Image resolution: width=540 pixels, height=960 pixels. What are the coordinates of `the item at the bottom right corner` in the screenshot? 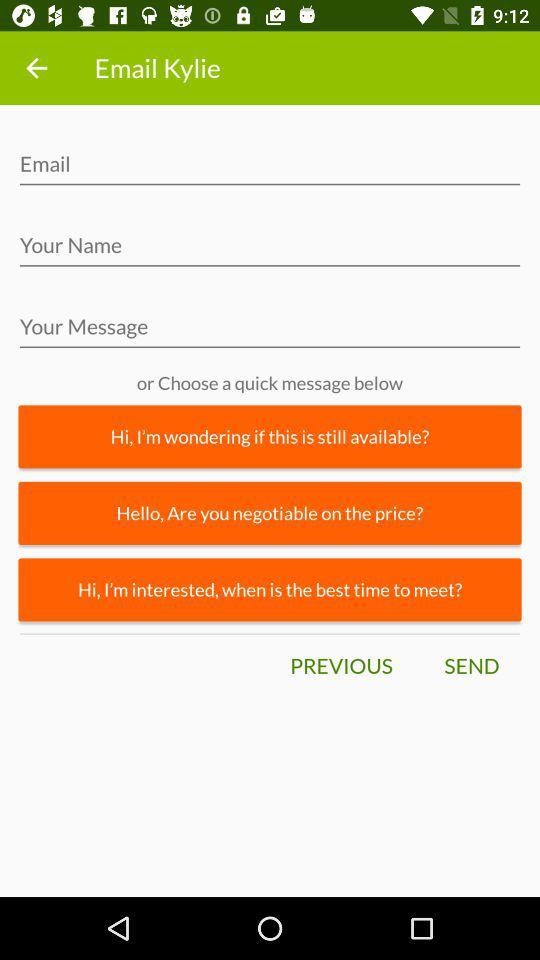 It's located at (471, 666).